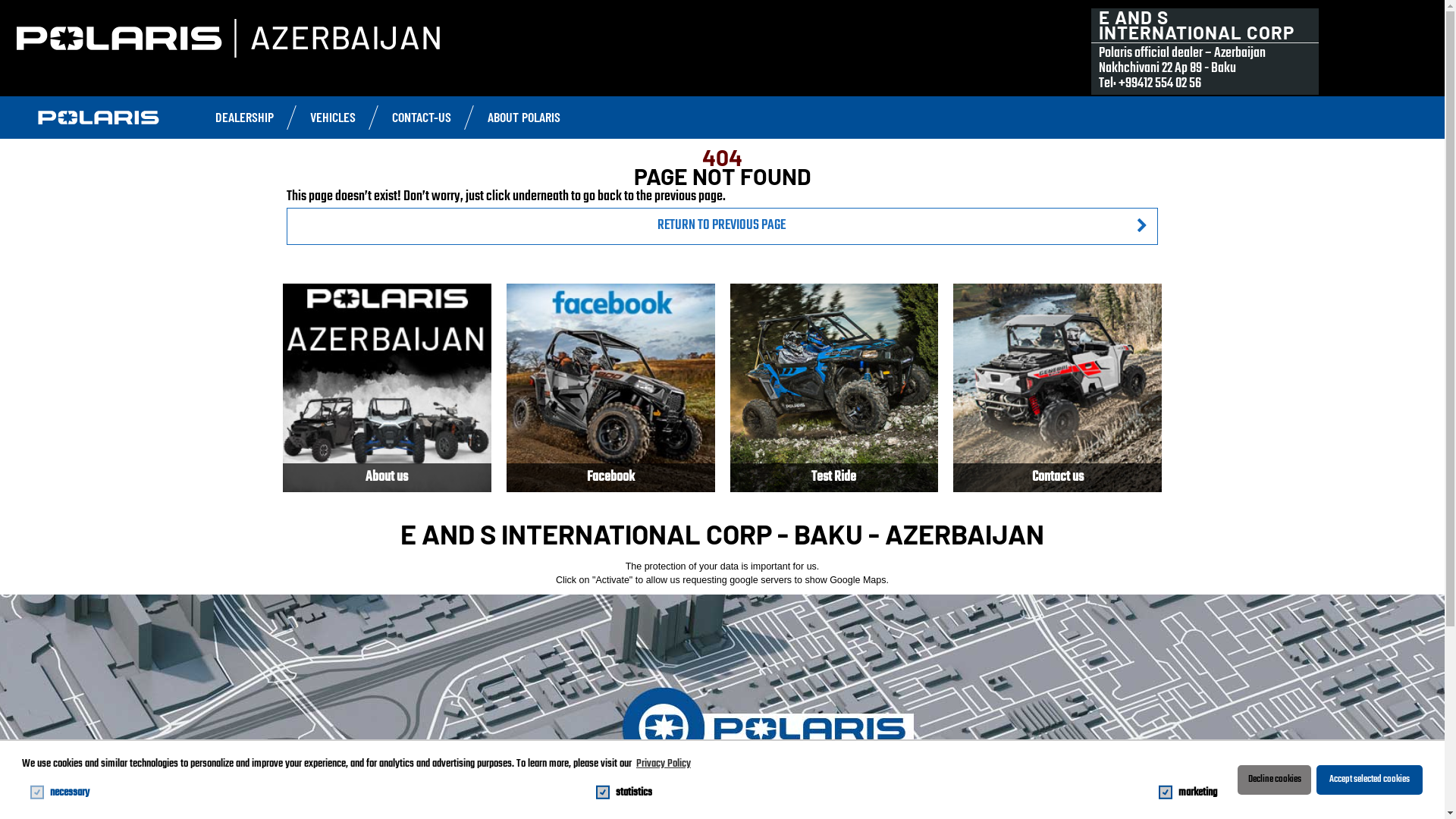 The width and height of the screenshot is (1456, 819). What do you see at coordinates (506, 387) in the screenshot?
I see `'Facebook'` at bounding box center [506, 387].